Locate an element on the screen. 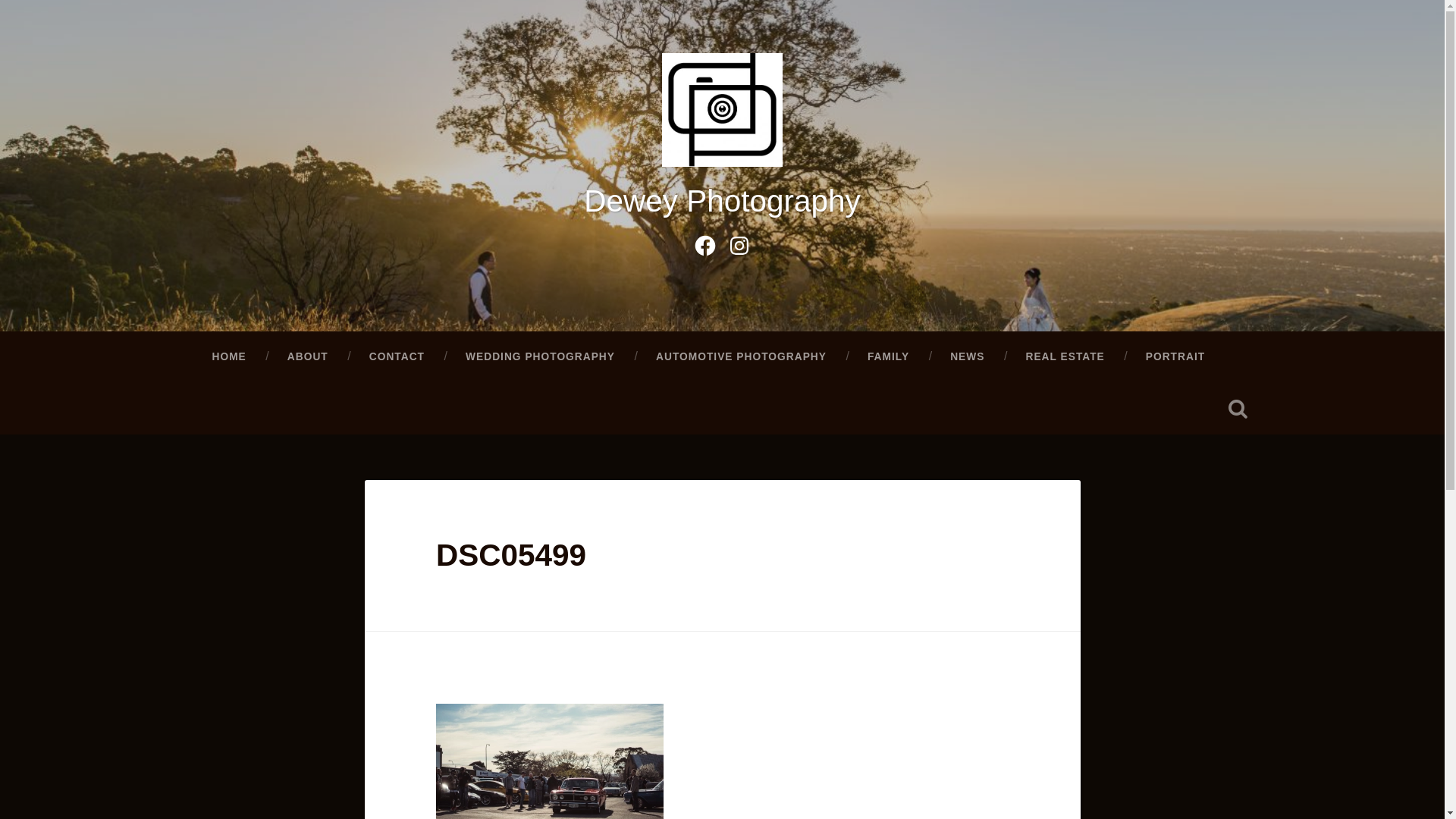 The height and width of the screenshot is (819, 1456). 'PORTRAIT' is located at coordinates (1175, 356).